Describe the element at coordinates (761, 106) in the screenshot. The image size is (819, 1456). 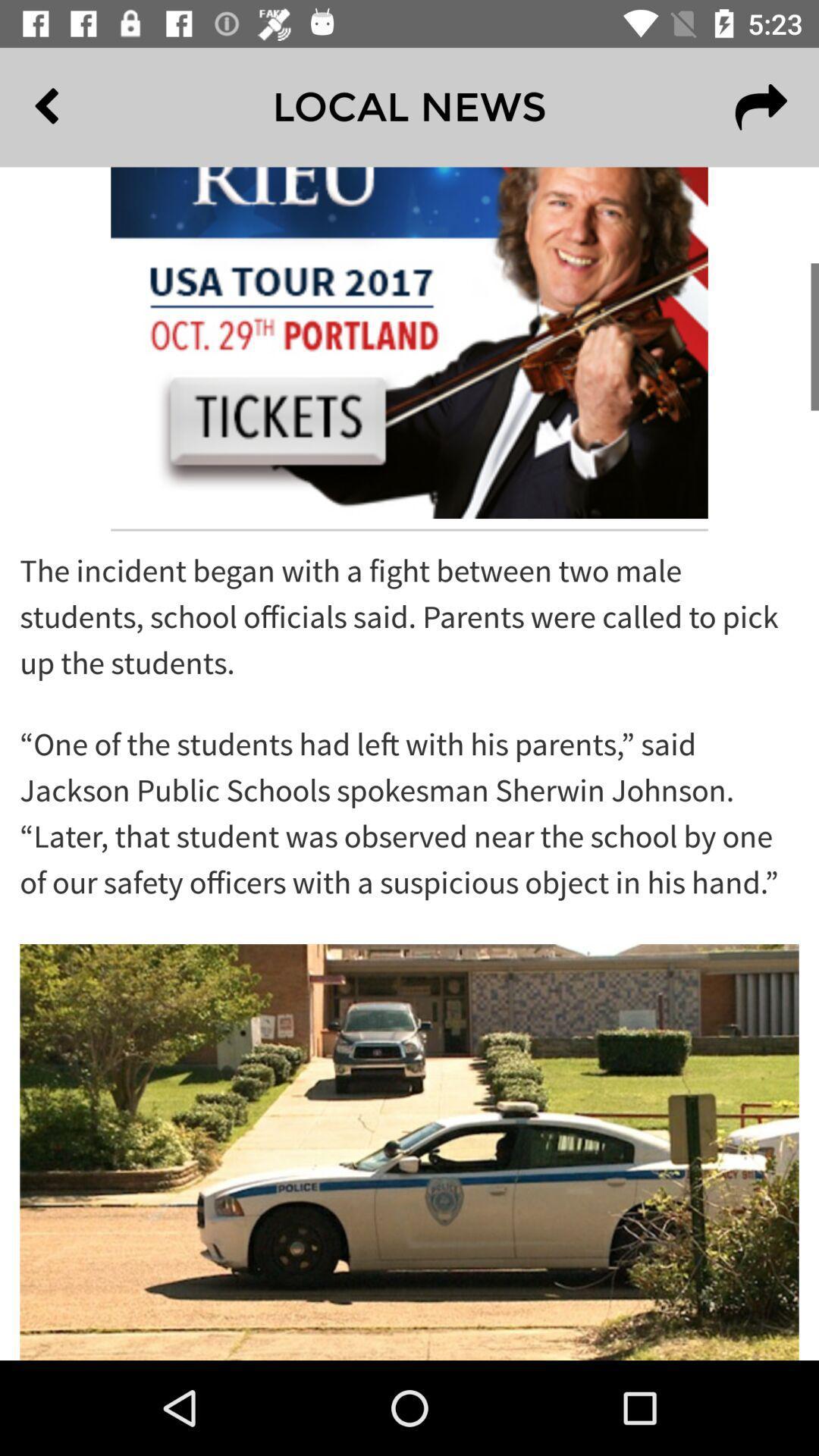
I see `the redo icon` at that location.